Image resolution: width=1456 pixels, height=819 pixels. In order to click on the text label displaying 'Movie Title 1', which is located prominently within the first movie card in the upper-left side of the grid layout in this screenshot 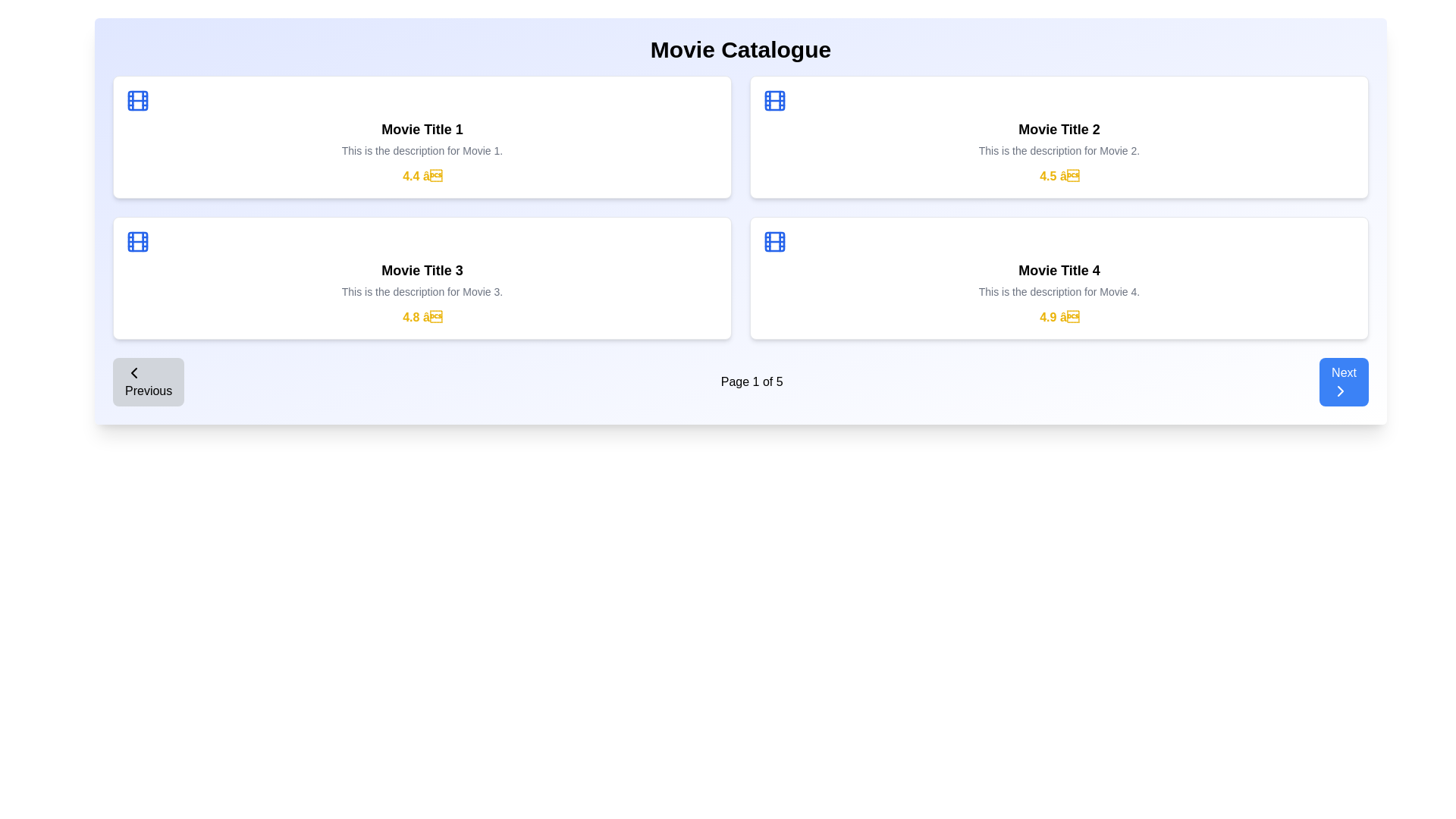, I will do `click(422, 128)`.